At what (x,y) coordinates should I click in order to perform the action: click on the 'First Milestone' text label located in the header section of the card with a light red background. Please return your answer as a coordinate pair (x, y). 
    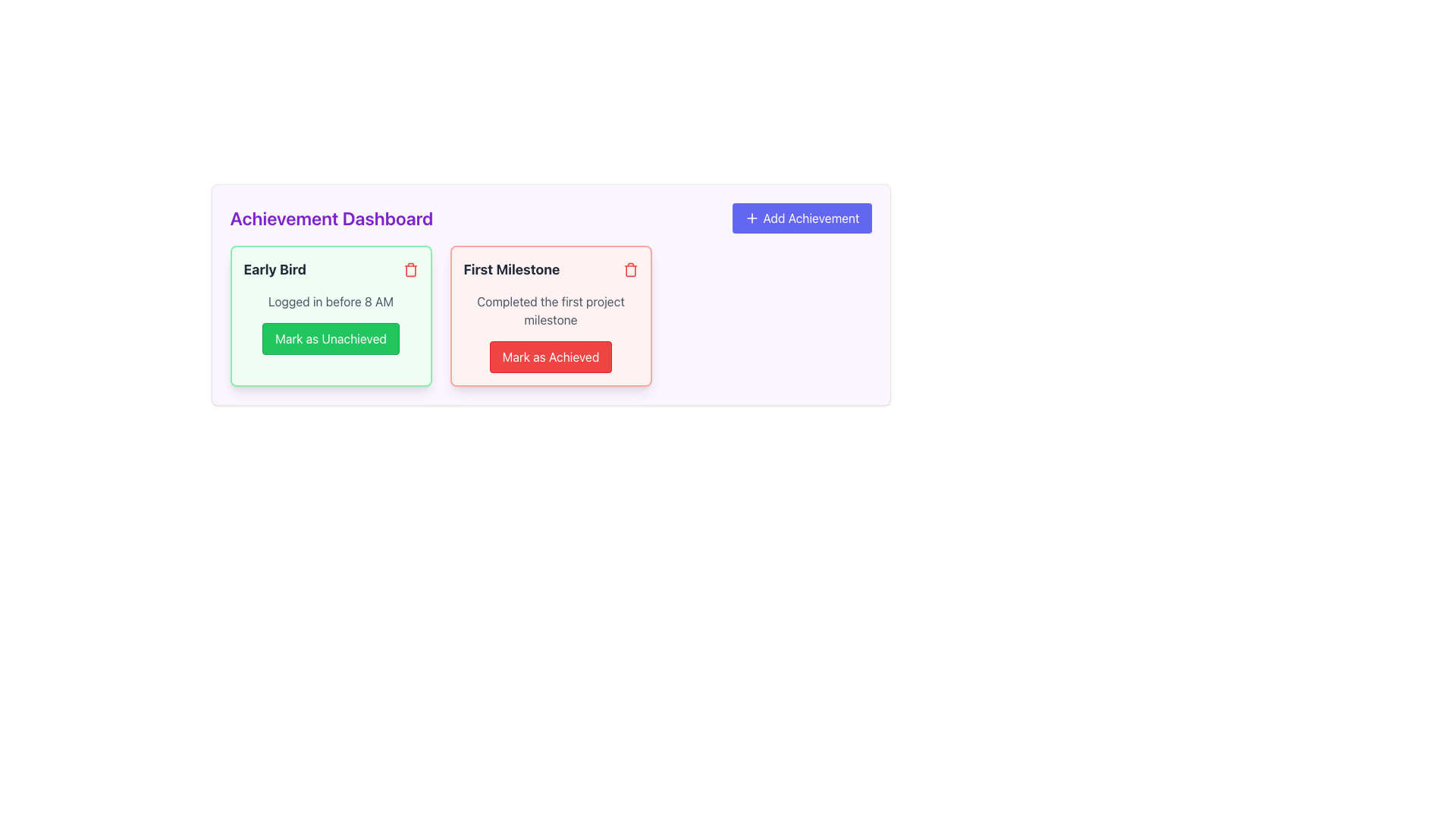
    Looking at the image, I should click on (550, 268).